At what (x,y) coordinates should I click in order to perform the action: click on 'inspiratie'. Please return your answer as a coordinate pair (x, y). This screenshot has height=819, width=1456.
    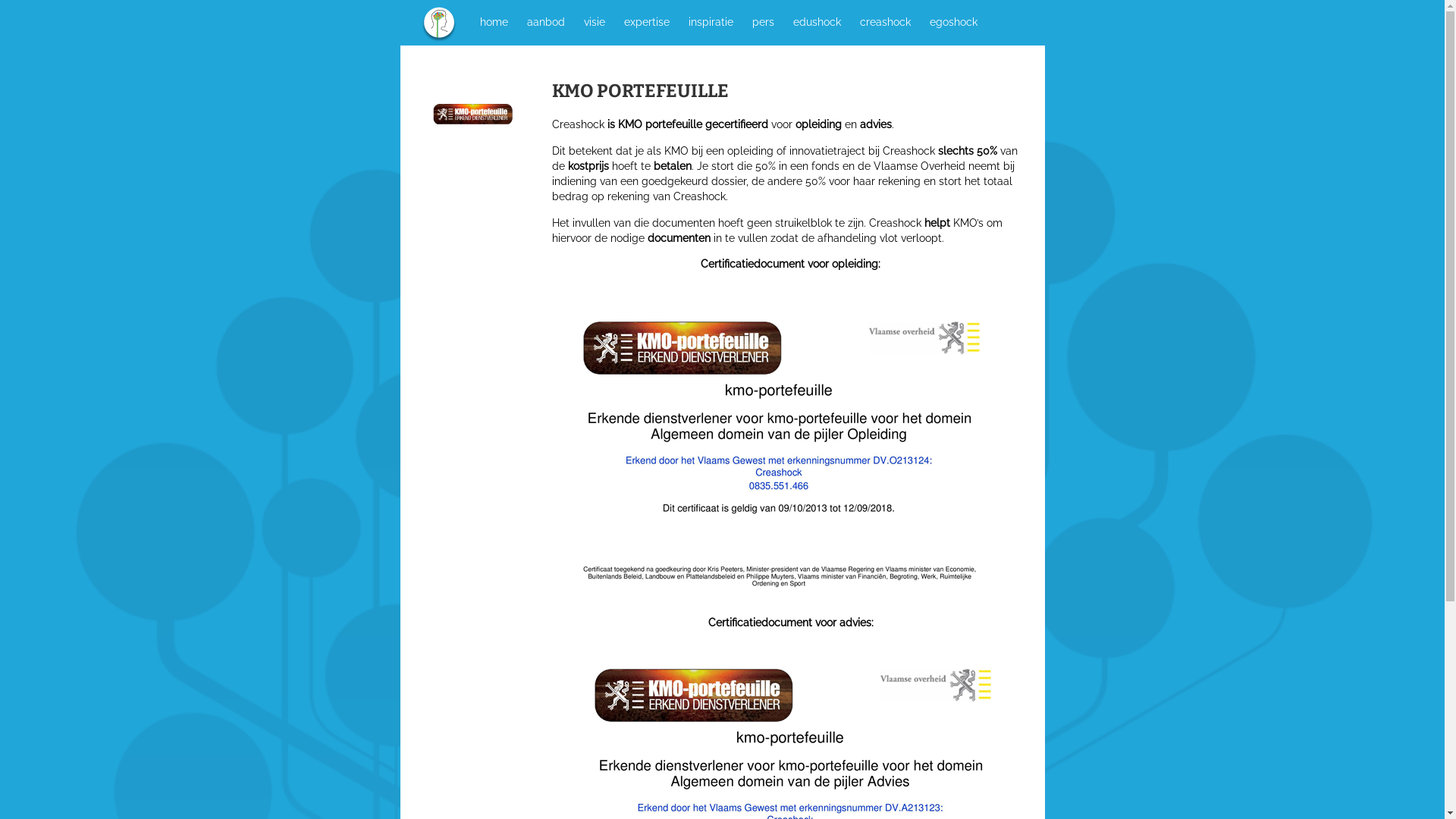
    Looking at the image, I should click on (709, 21).